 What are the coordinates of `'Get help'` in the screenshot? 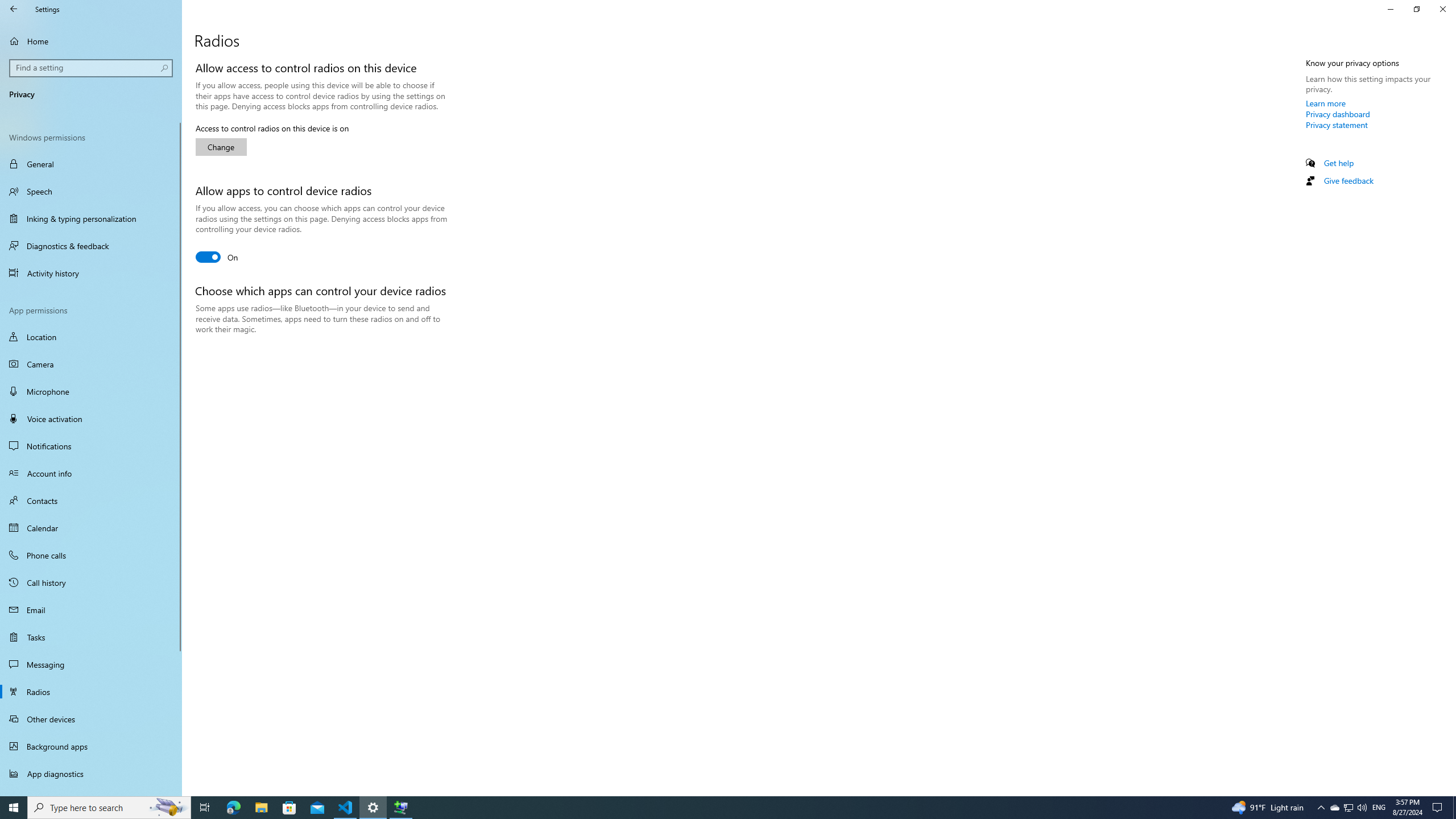 It's located at (1338, 163).